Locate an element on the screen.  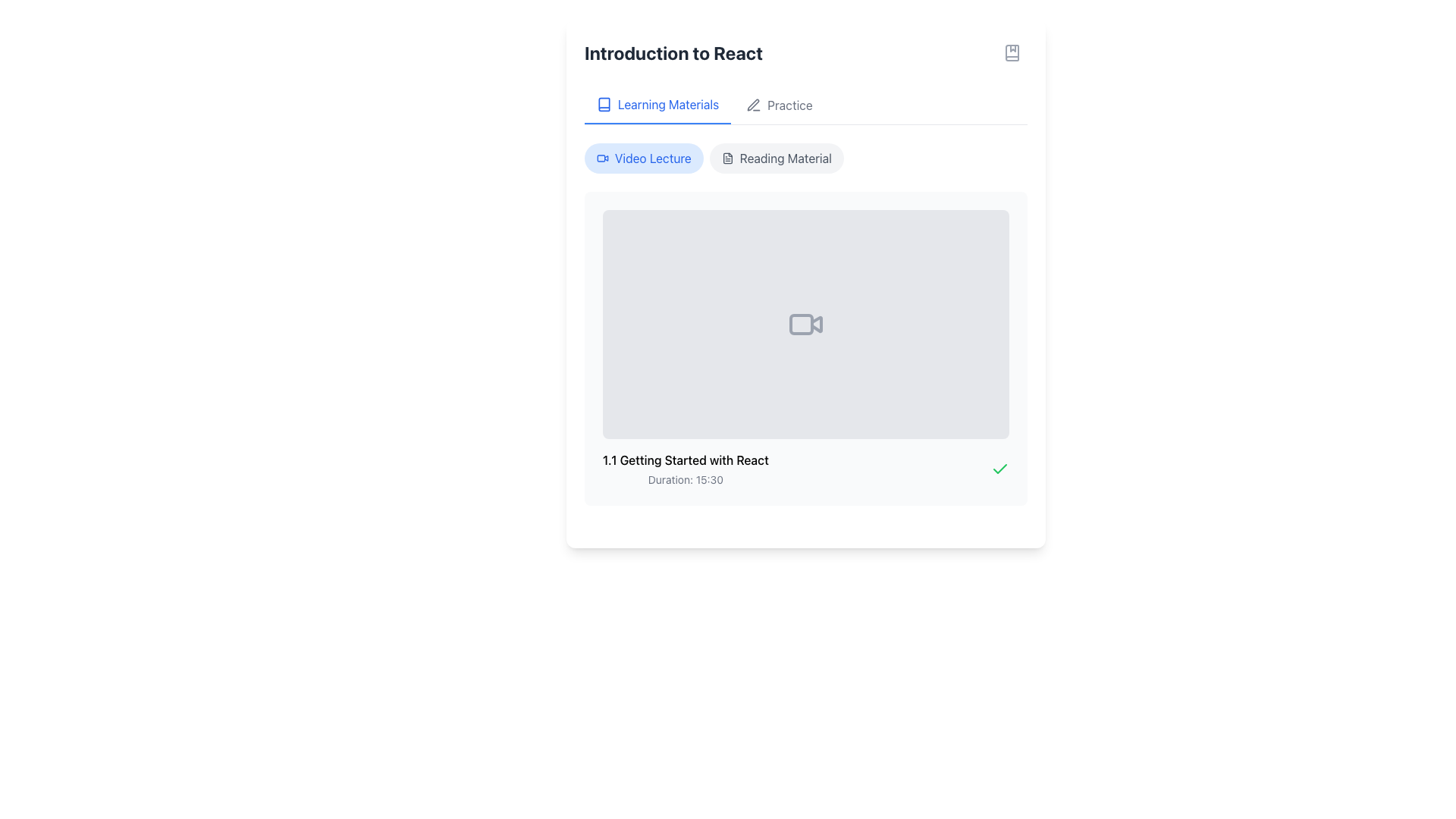
the 'Video Lecture' button icon, which serves as a visual identifier for video content, located in the upper-left section of the interface is located at coordinates (602, 158).